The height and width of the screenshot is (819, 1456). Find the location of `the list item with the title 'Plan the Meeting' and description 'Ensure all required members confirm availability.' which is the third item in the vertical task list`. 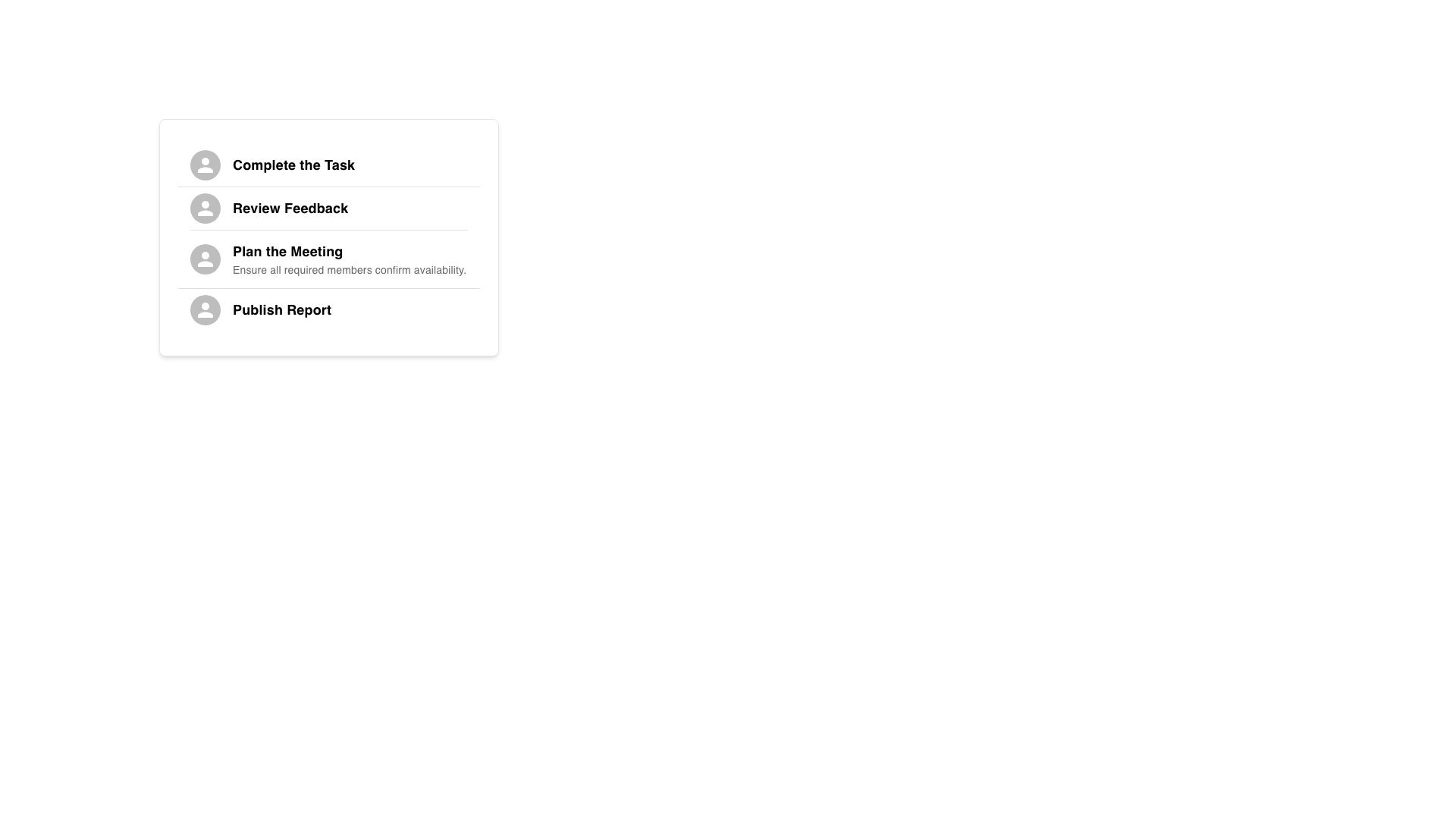

the list item with the title 'Plan the Meeting' and description 'Ensure all required members confirm availability.' which is the third item in the vertical task list is located at coordinates (328, 237).